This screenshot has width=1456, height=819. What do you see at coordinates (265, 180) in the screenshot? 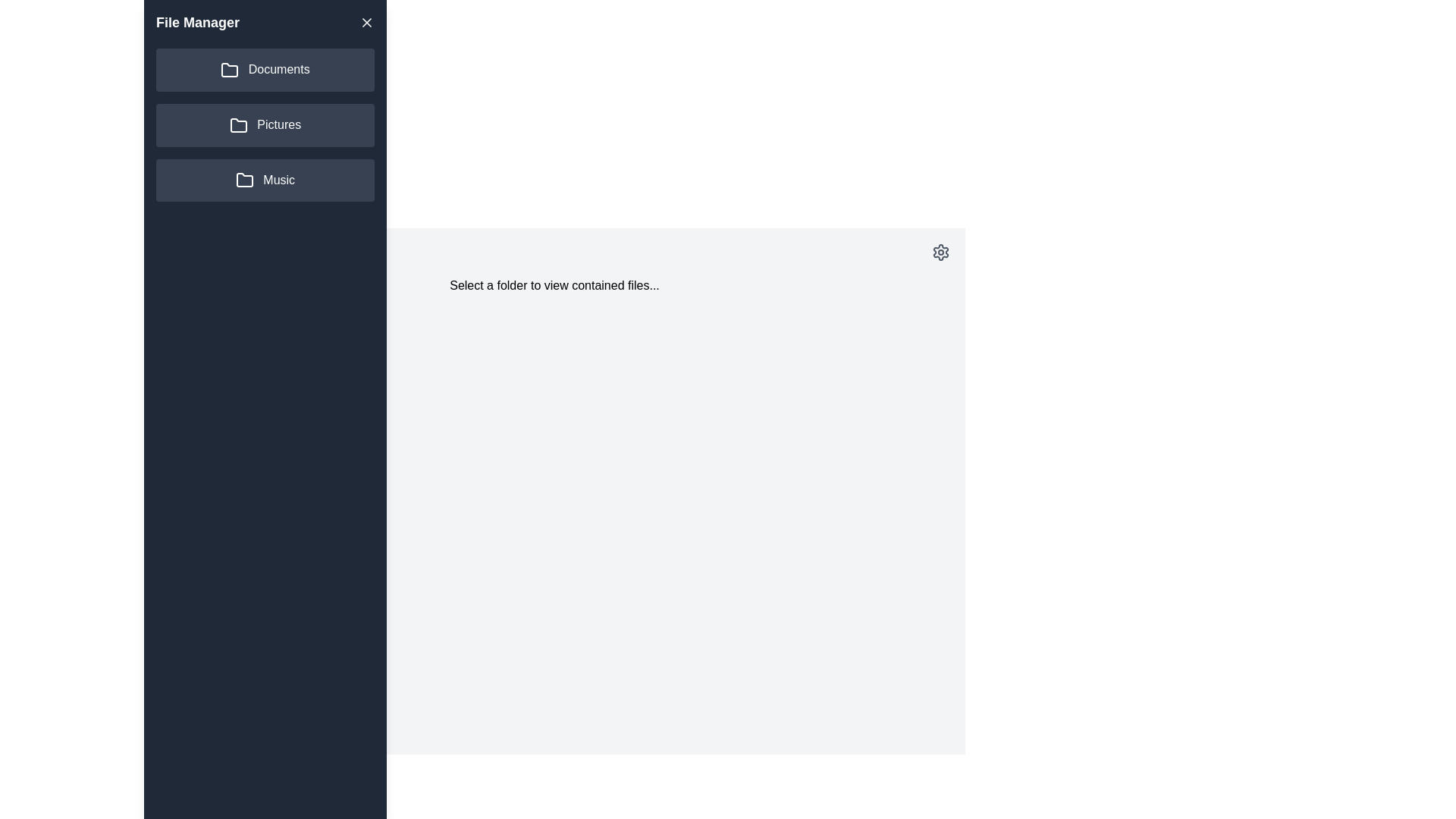
I see `the folder named Music` at bounding box center [265, 180].